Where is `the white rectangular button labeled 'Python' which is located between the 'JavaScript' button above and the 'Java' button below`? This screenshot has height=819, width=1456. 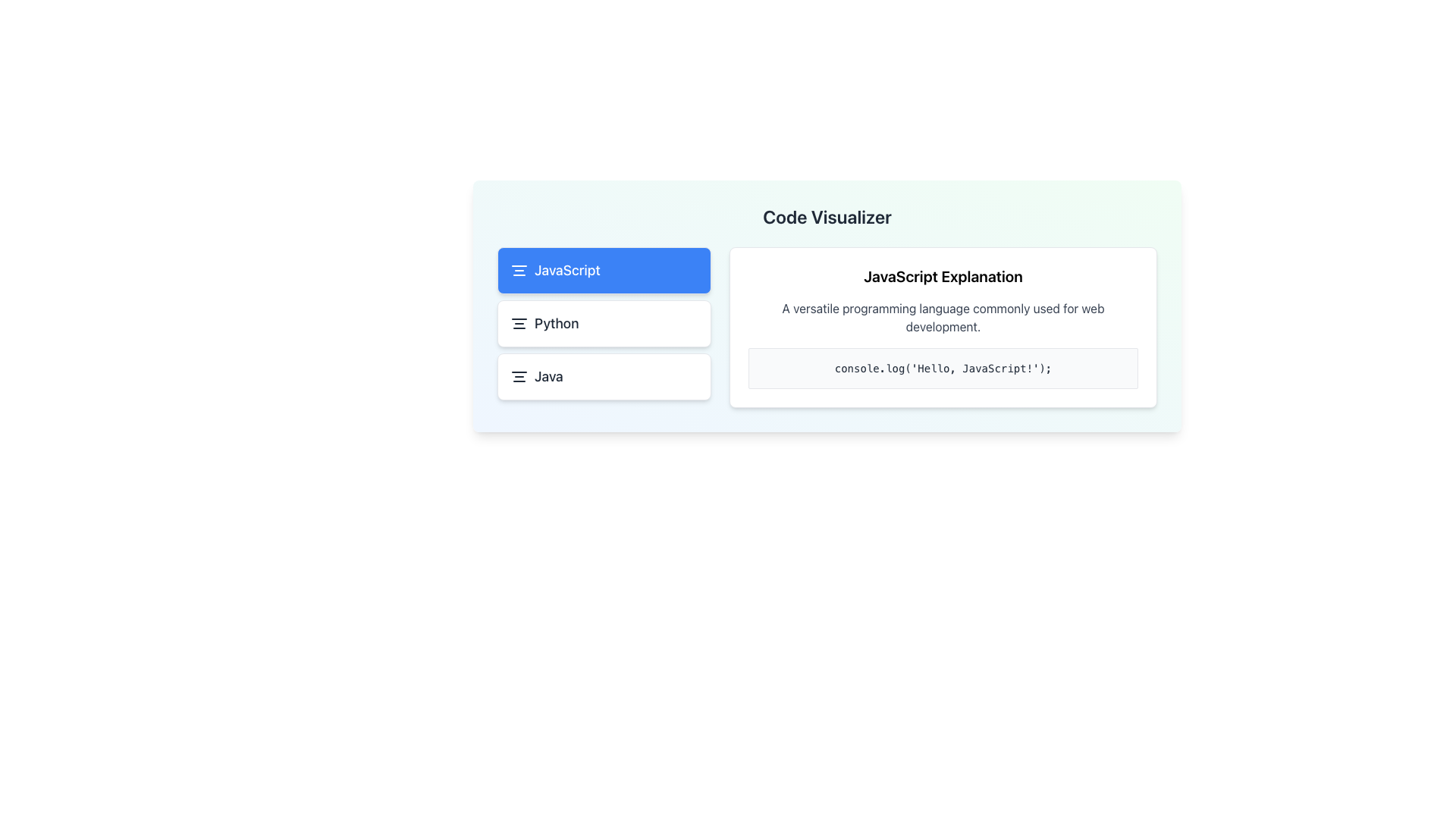
the white rectangular button labeled 'Python' which is located between the 'JavaScript' button above and the 'Java' button below is located at coordinates (603, 323).